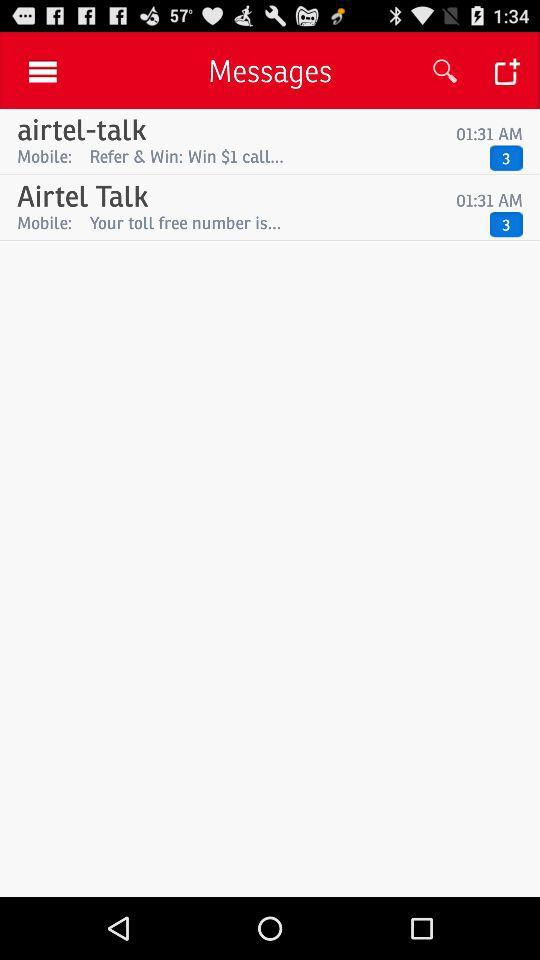 The height and width of the screenshot is (960, 540). Describe the element at coordinates (284, 155) in the screenshot. I see `app next to the mobile: app` at that location.